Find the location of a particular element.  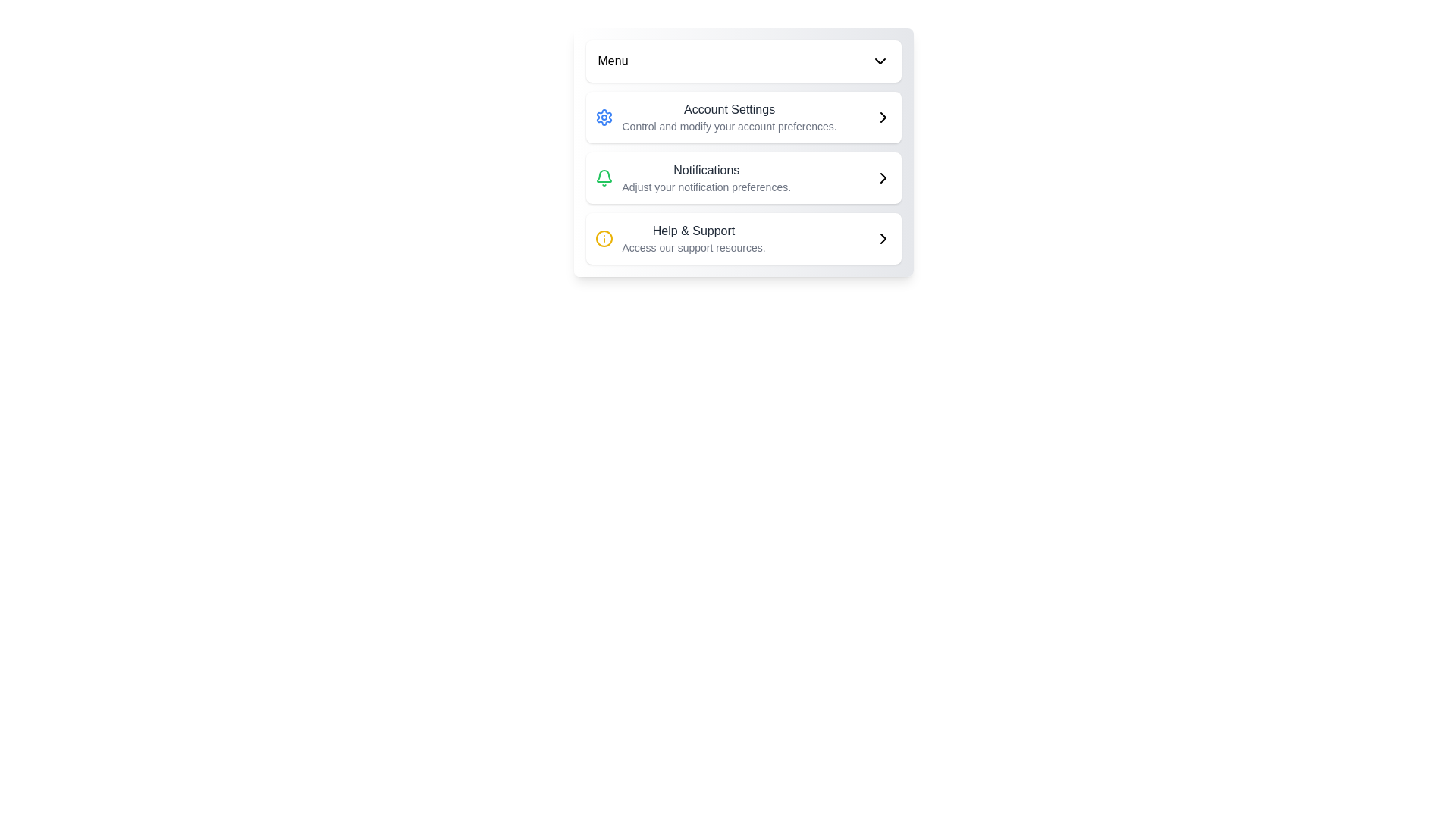

the bell-shaped notification icon located in the second row of the menu, following the Account Settings section and above Help & Support is located at coordinates (603, 175).